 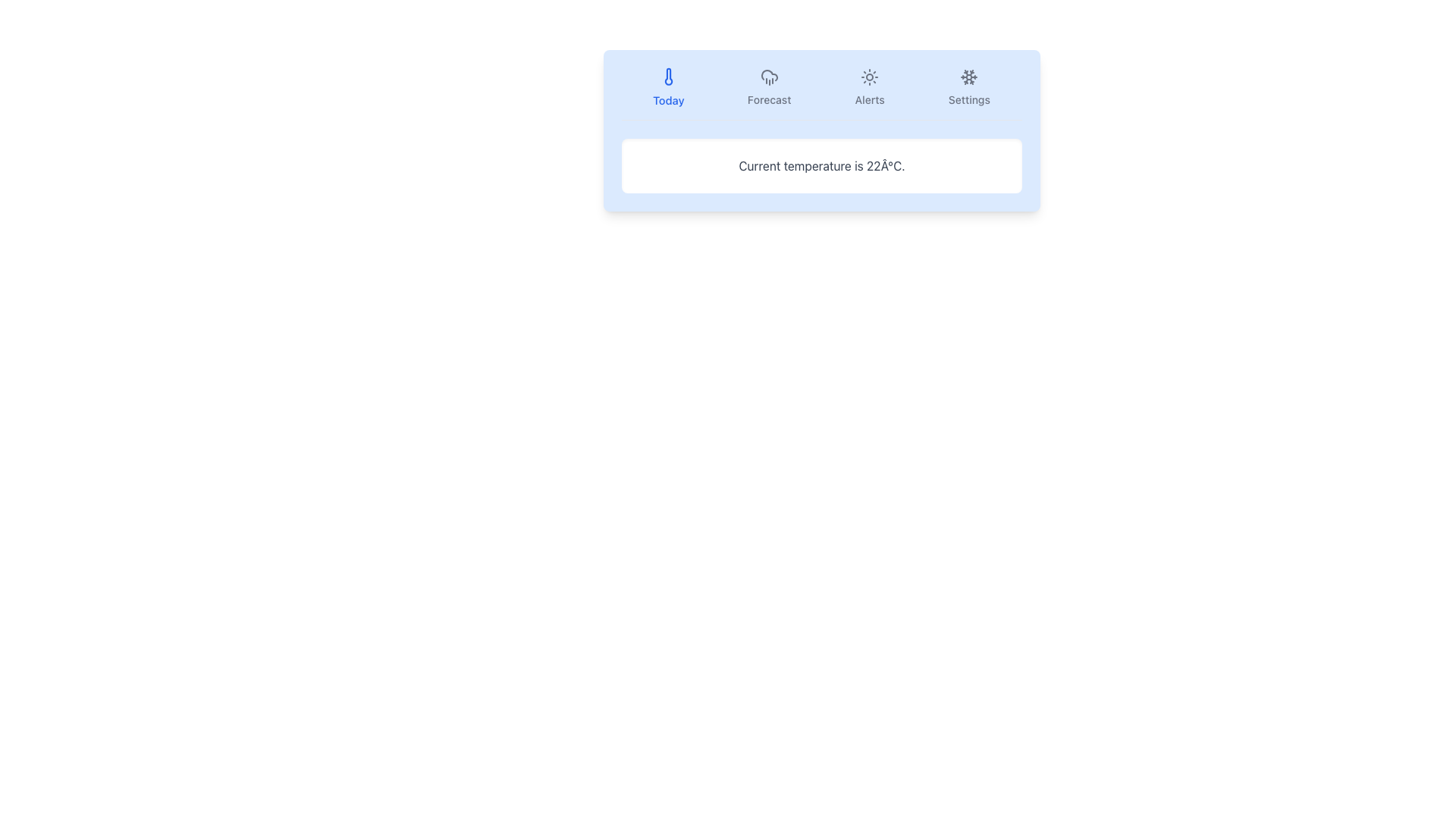 What do you see at coordinates (667, 77) in the screenshot?
I see `the 'Today' icon button located at the far left of the horizontal navigation menu` at bounding box center [667, 77].